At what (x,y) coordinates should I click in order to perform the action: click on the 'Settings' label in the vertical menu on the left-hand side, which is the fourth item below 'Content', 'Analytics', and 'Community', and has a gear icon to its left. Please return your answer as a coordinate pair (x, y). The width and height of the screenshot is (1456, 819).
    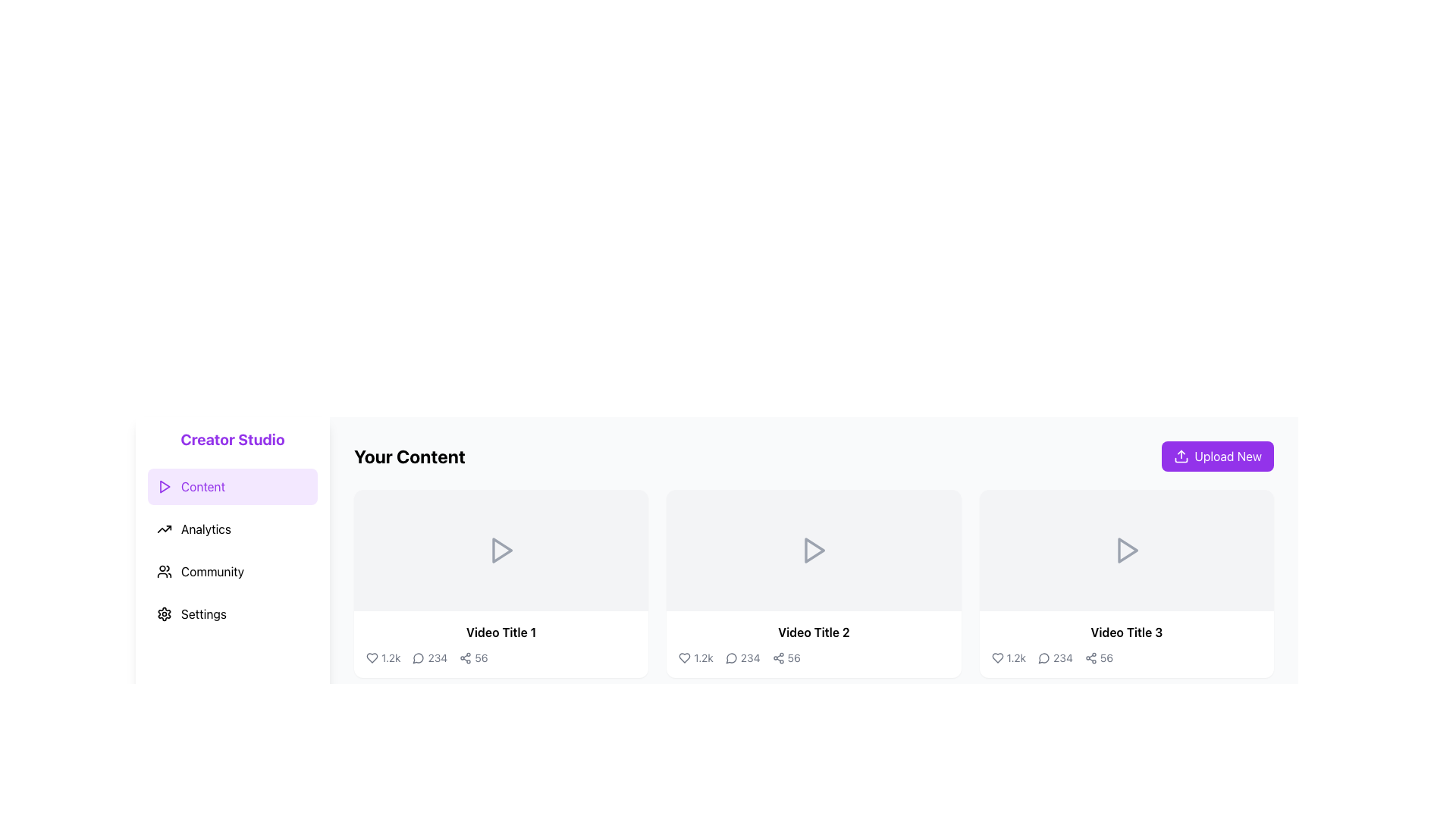
    Looking at the image, I should click on (202, 614).